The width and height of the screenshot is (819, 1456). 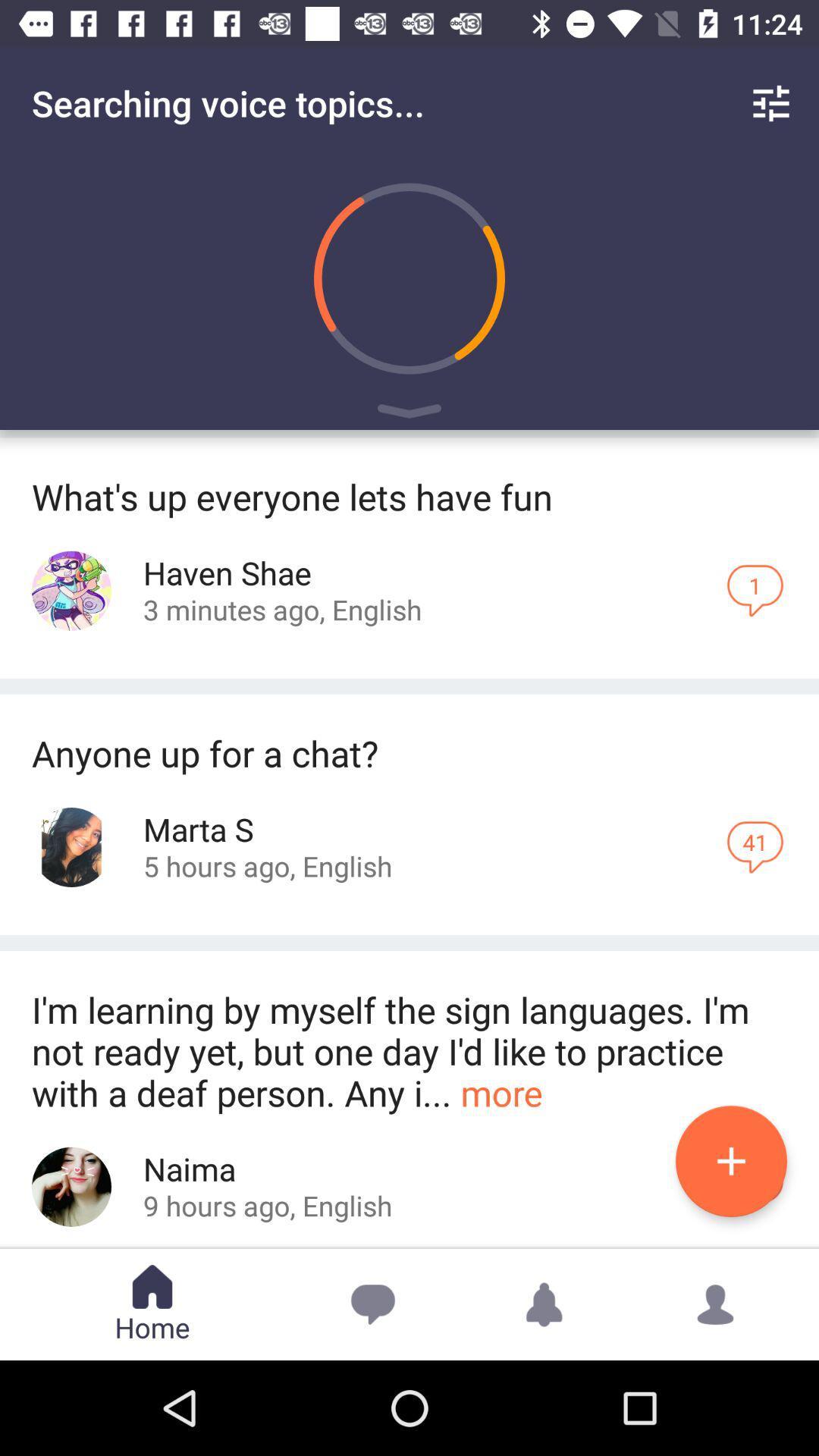 I want to click on profile picture, so click(x=71, y=1186).